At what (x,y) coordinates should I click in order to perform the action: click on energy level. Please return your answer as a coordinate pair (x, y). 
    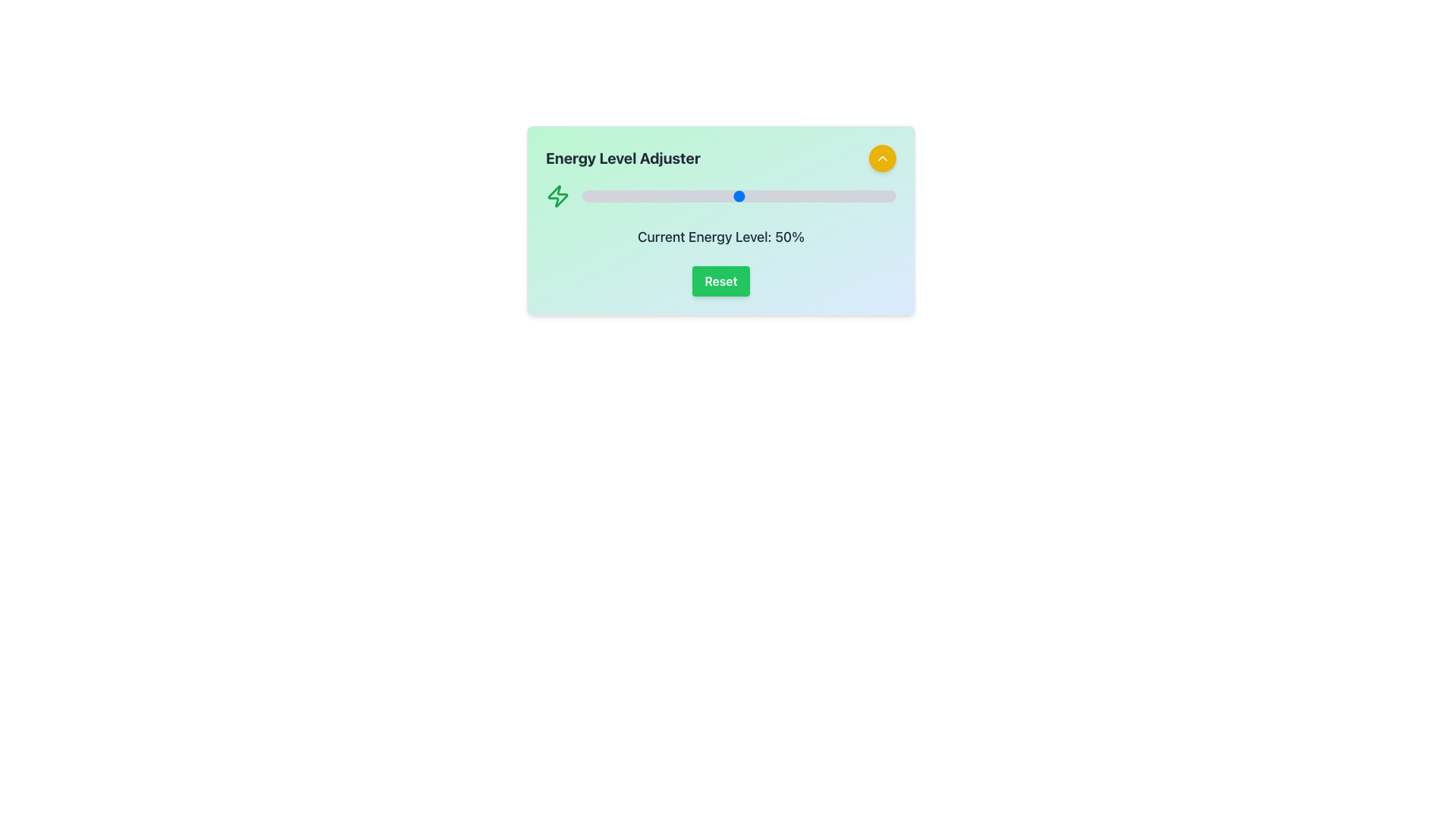
    Looking at the image, I should click on (839, 195).